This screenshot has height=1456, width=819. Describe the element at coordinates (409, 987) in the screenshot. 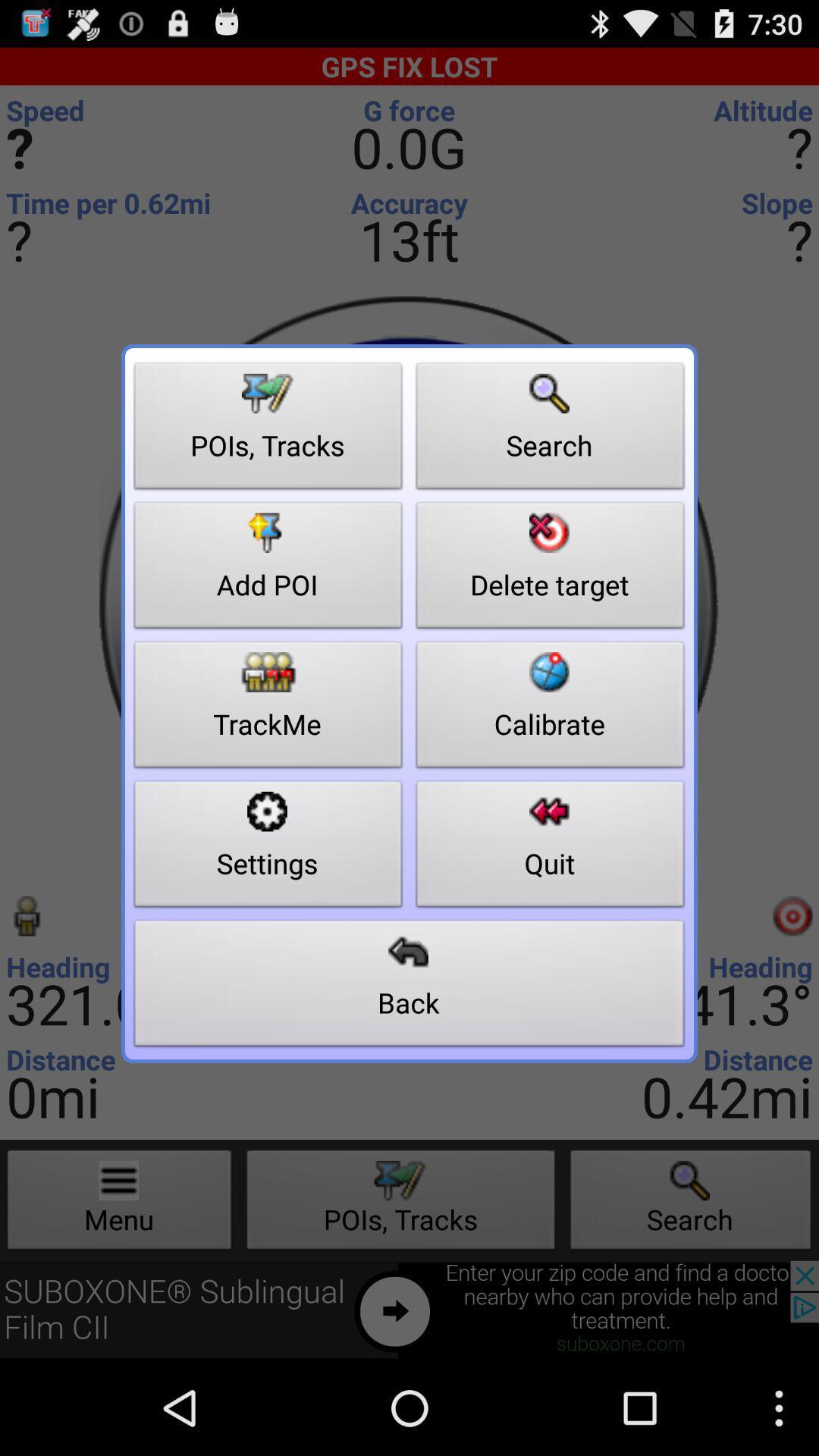

I see `the button at the bottom` at that location.